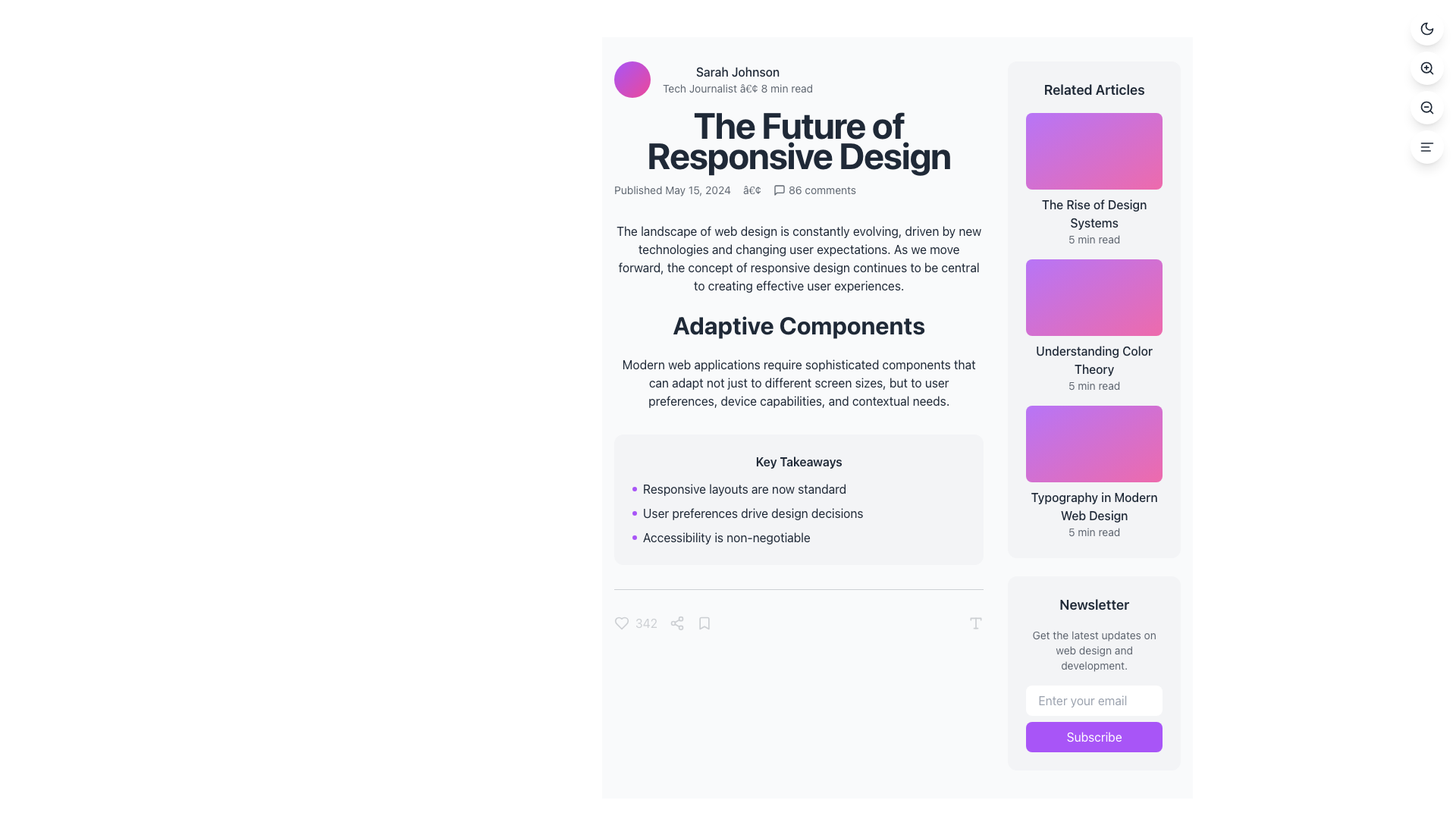 The width and height of the screenshot is (1456, 819). What do you see at coordinates (1094, 239) in the screenshot?
I see `the static text label displaying '5 min read' located in the 'Related Articles' section, positioned beneath the title 'The Rise of Design Systems'` at bounding box center [1094, 239].